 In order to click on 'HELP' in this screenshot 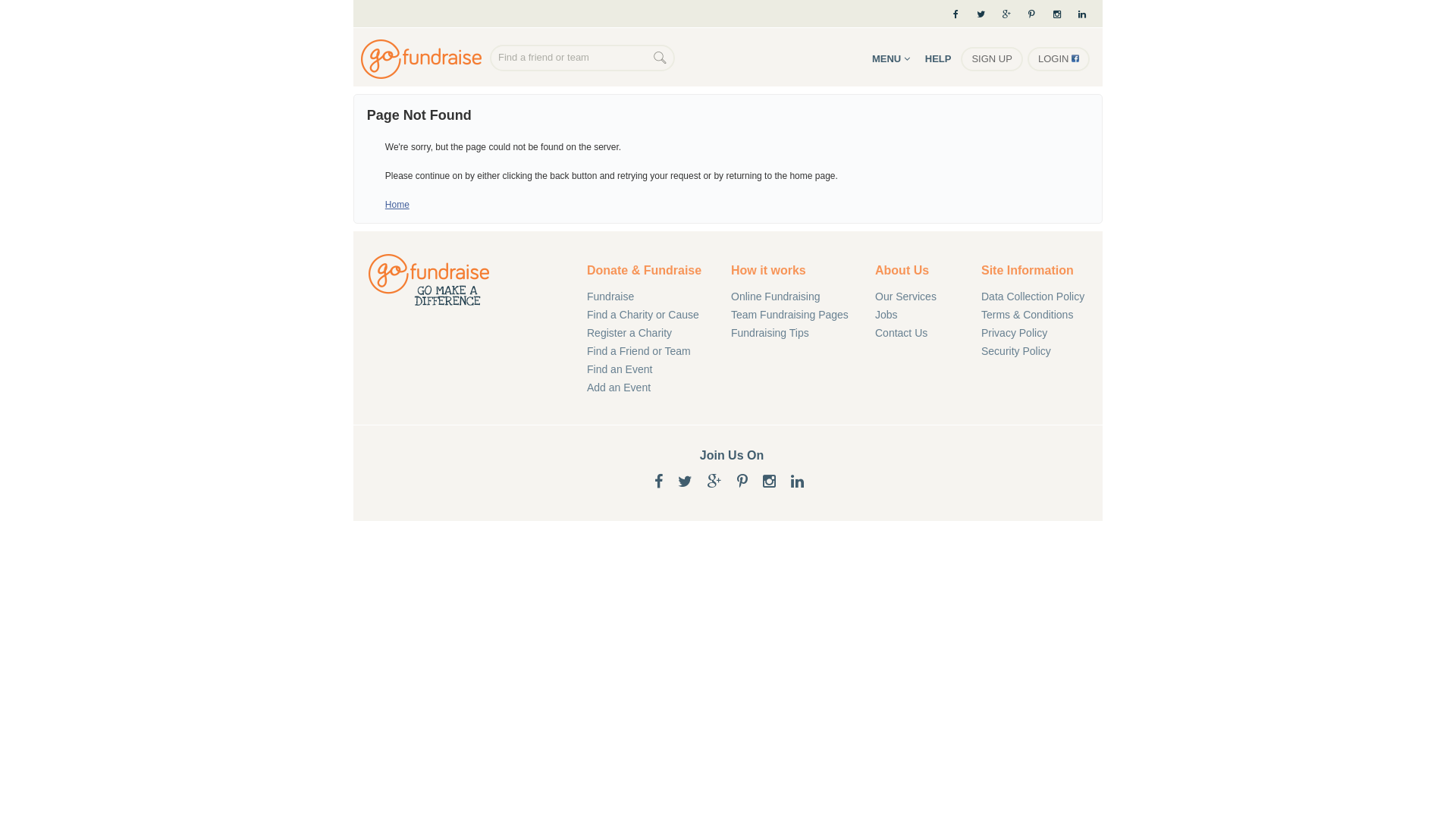, I will do `click(937, 58)`.